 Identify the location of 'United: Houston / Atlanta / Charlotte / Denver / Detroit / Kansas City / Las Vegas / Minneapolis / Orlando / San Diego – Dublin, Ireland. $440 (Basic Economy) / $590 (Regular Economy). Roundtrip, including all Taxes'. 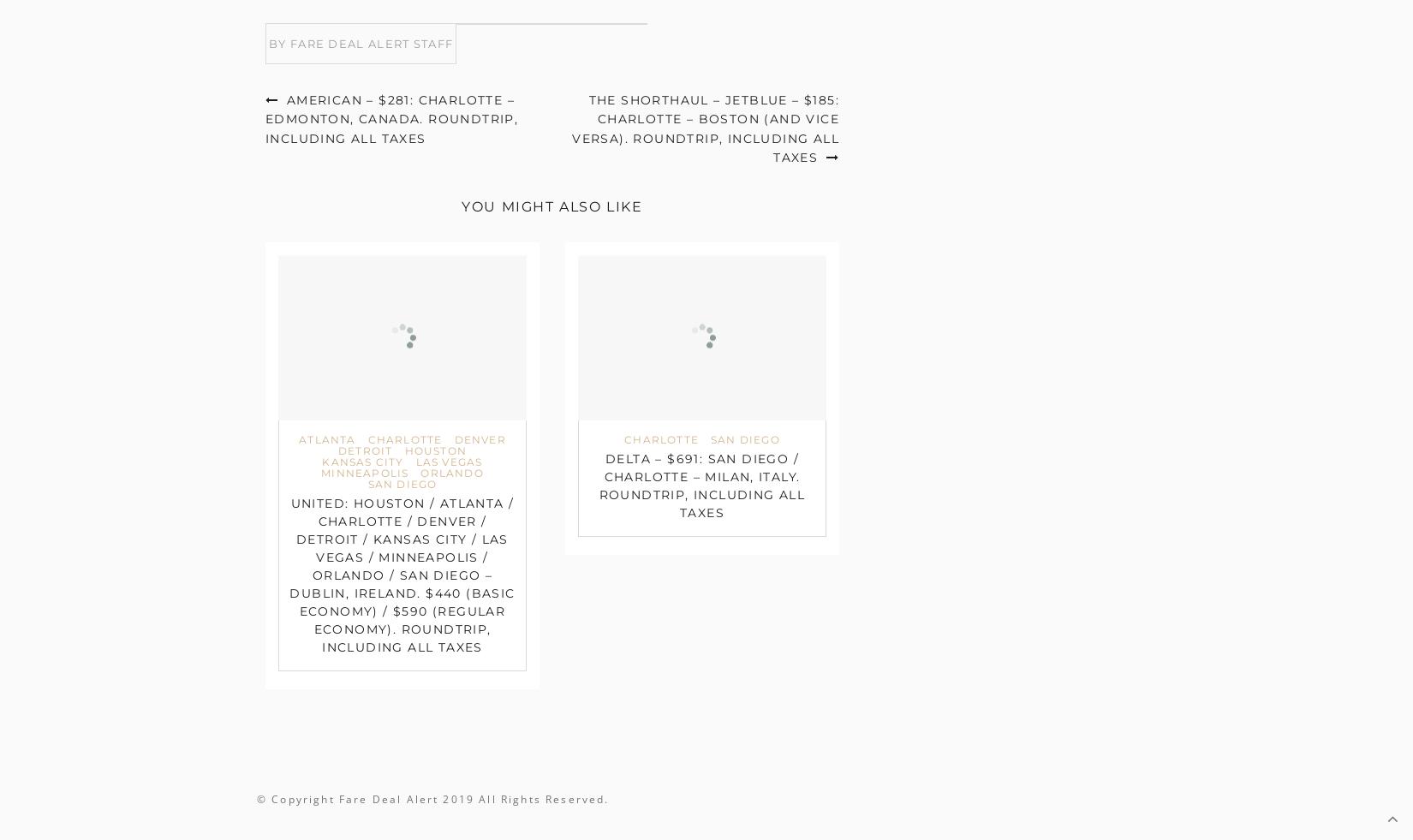
(289, 575).